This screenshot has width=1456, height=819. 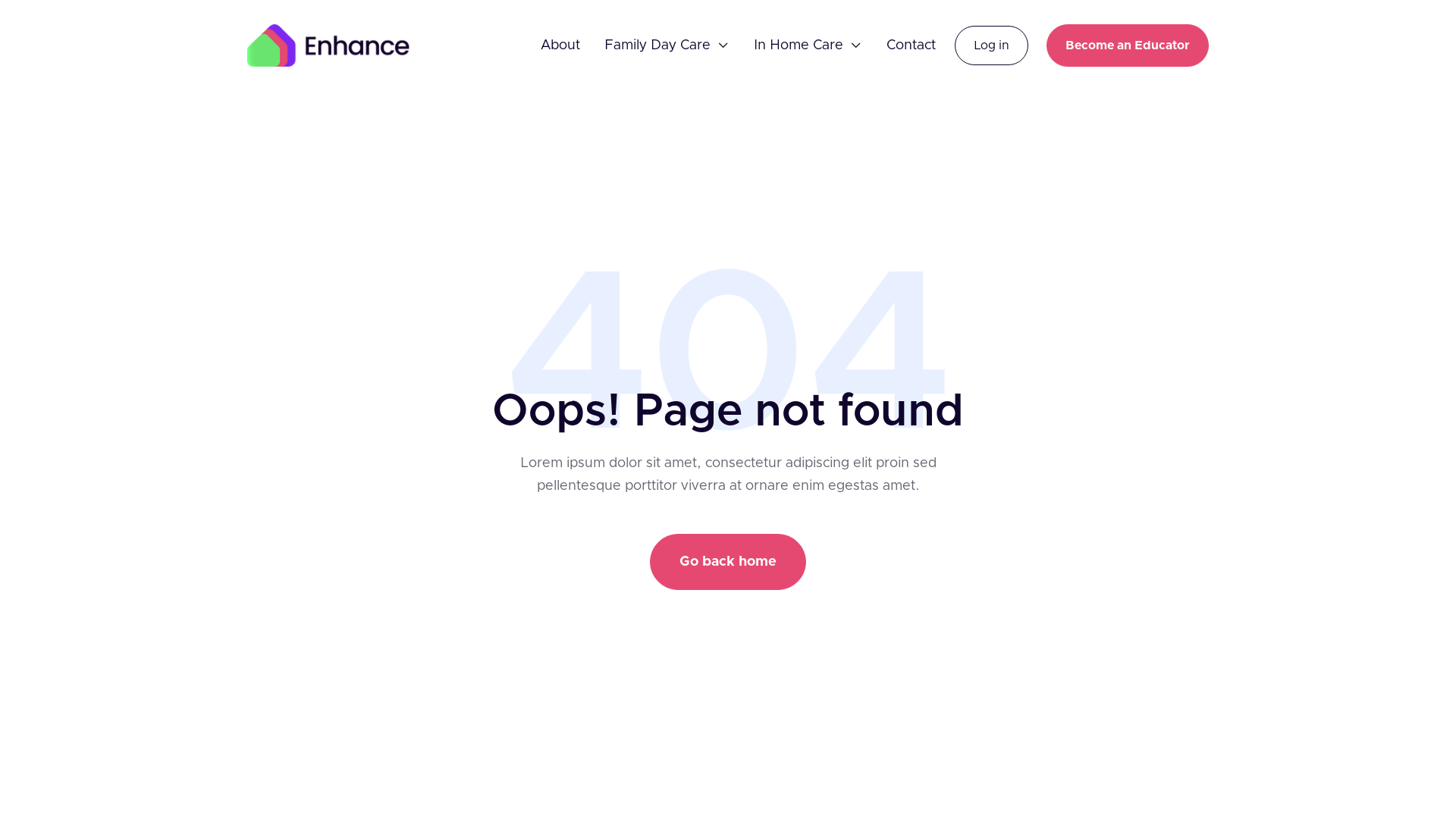 I want to click on 'Log in', so click(x=991, y=45).